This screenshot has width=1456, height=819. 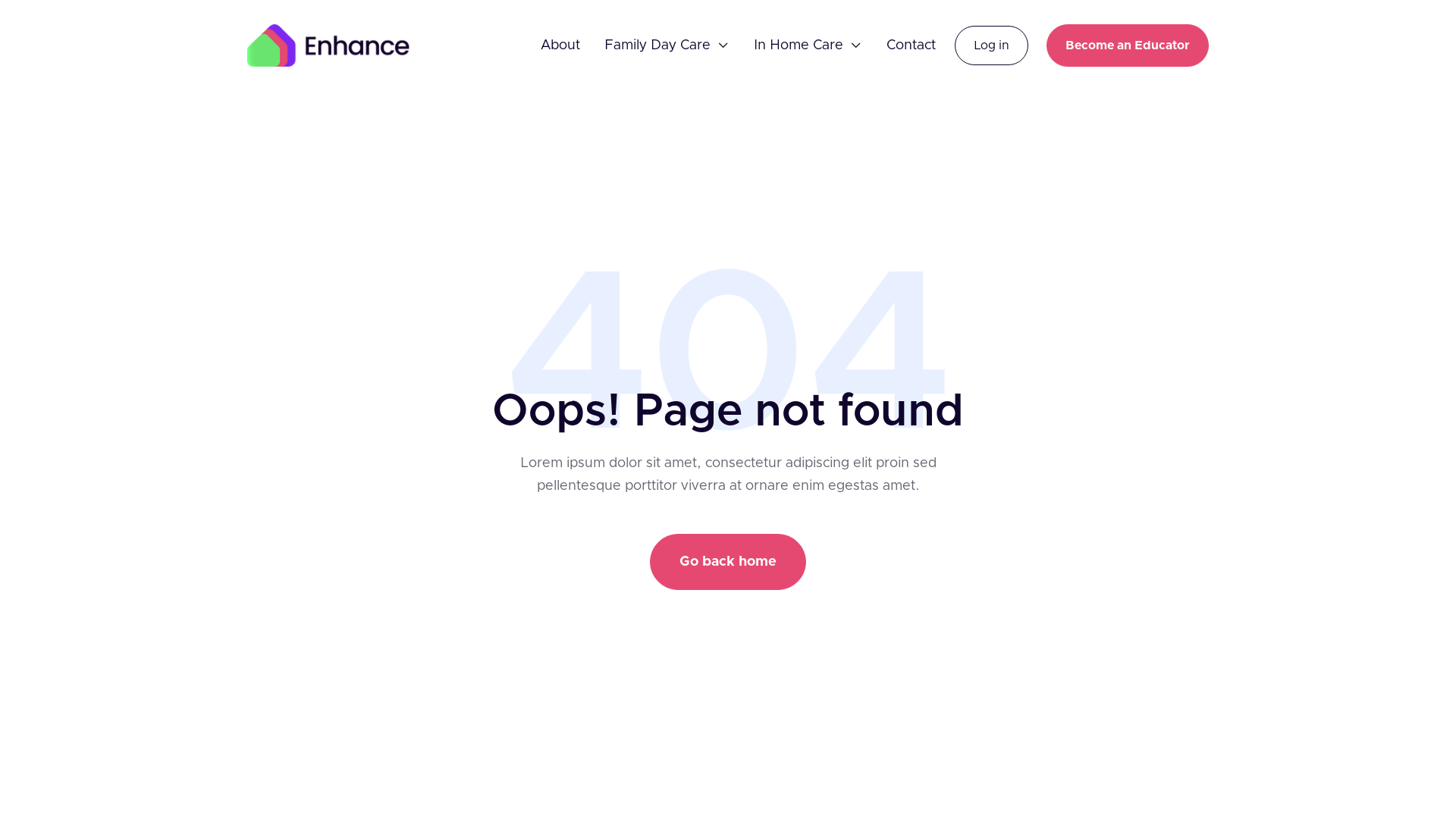 I want to click on 'Log in', so click(x=991, y=45).